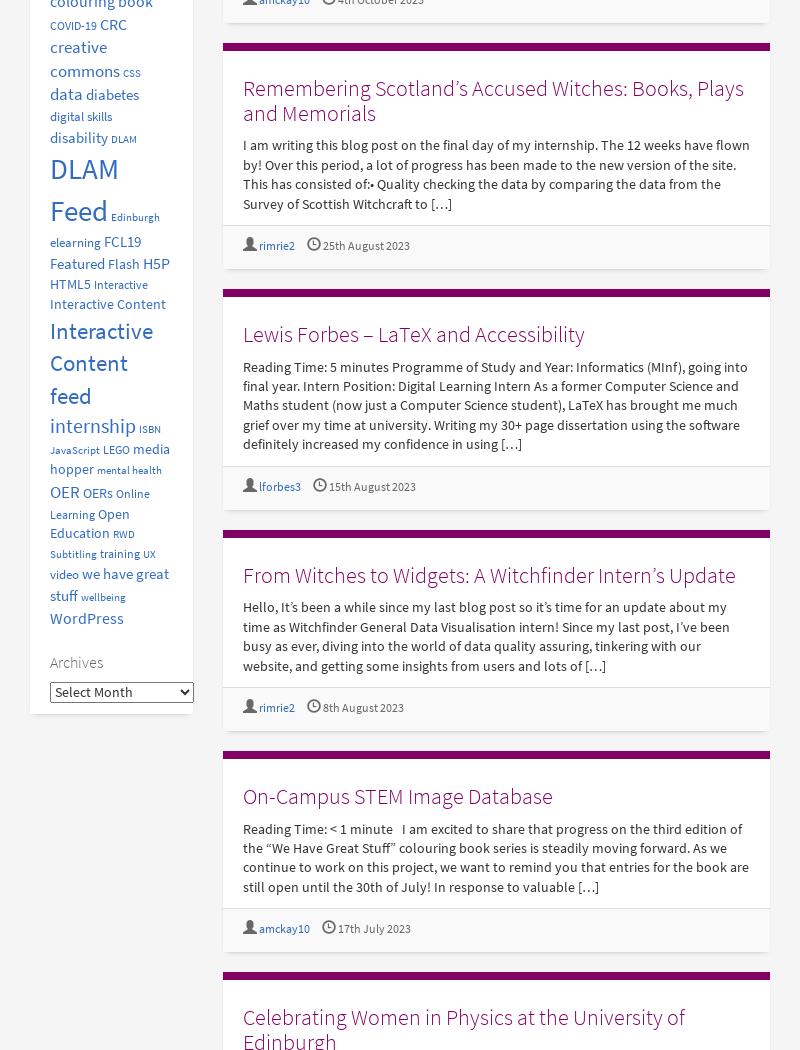 This screenshot has width=800, height=1050. I want to click on 'Hello, It’s been a while since my last blog post so it’s time for an update about my time as Witchfinder General Data Visualisation intern! Since my last post, I’ve been busy as ever, diving into the world of data quality assuring, tinkering with our website, and getting some insights from users and lots of […]', so click(485, 636).